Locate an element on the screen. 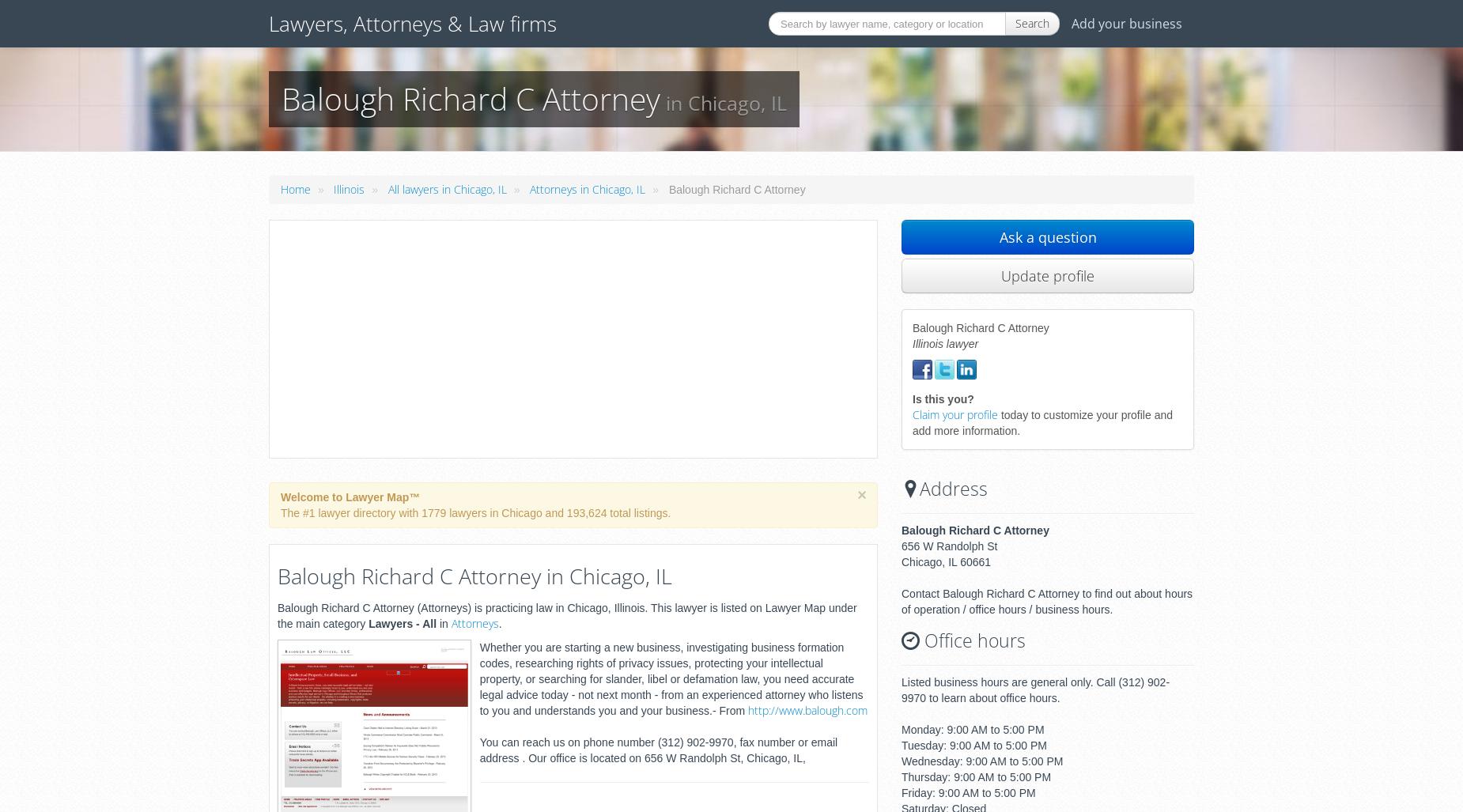 The image size is (1463, 812). 'You can reach us on phone number (312) 902-9970, fax number  or email address . Our office is located on 656 W Randolph St, Chicago,  IL,' is located at coordinates (658, 750).